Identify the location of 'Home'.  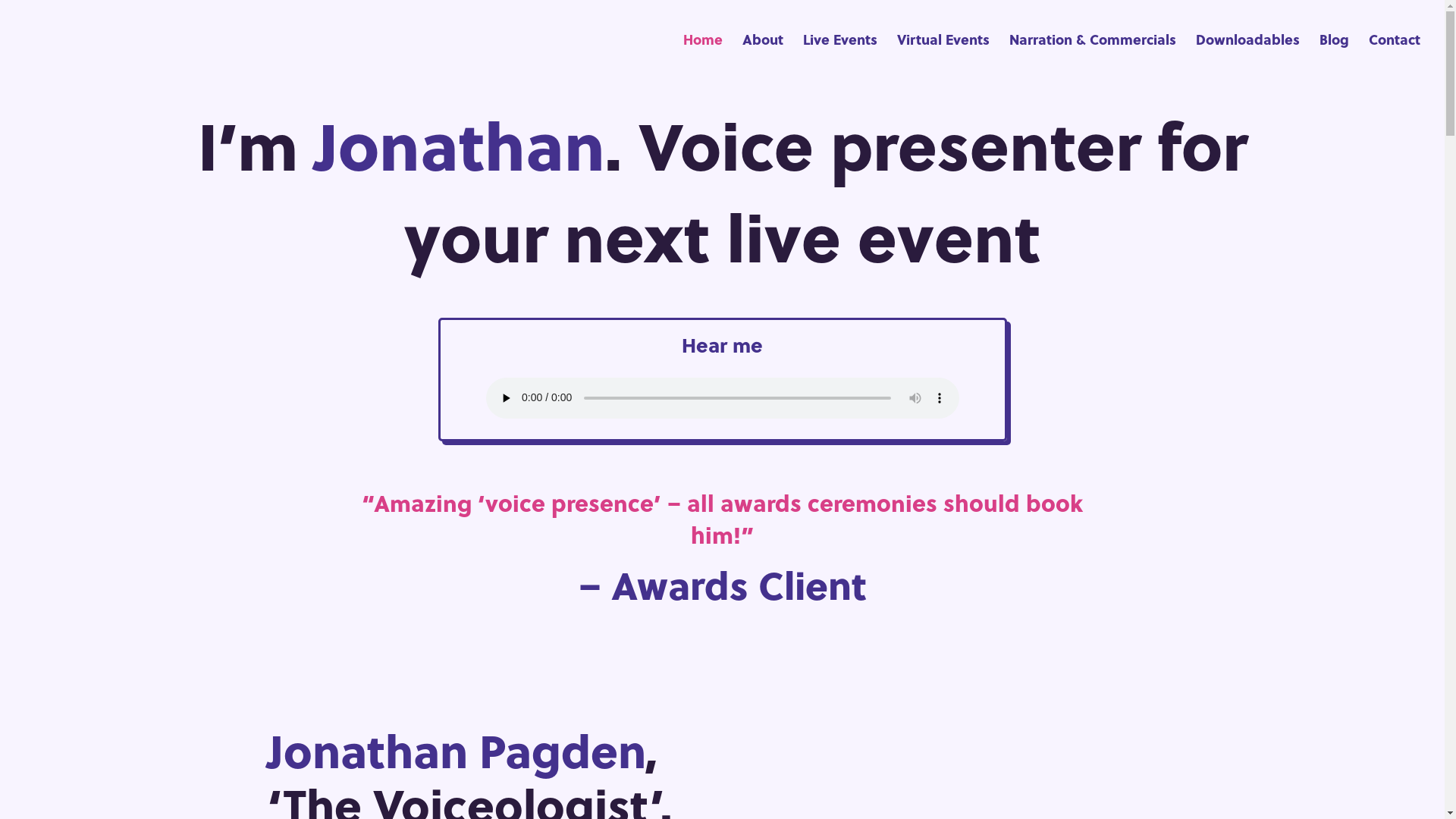
(701, 55).